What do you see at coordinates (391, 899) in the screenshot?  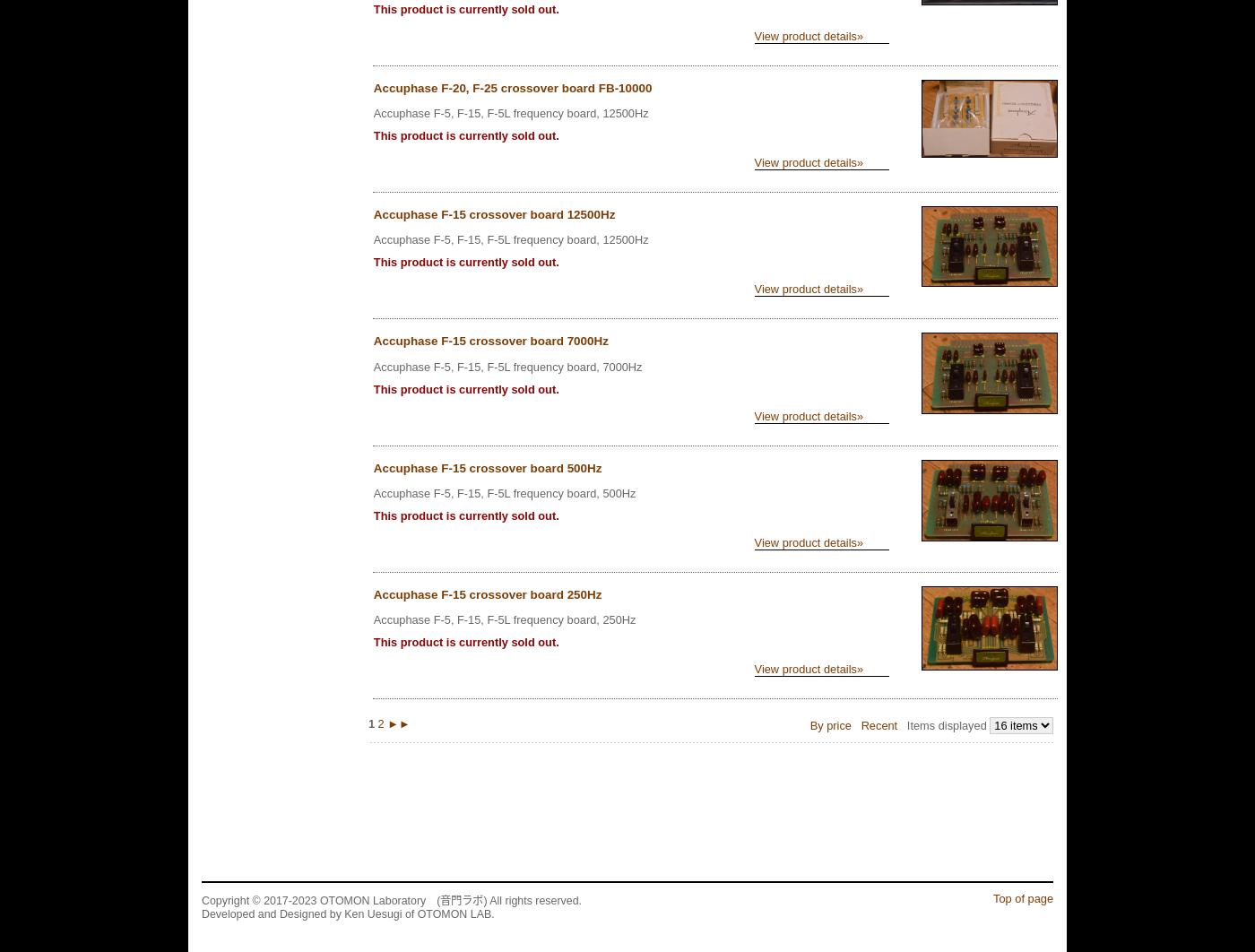 I see `'Copyright ©
            2017-2023
            OTOMON Laboratory　(音門ラボ) All rights reserved.'` at bounding box center [391, 899].